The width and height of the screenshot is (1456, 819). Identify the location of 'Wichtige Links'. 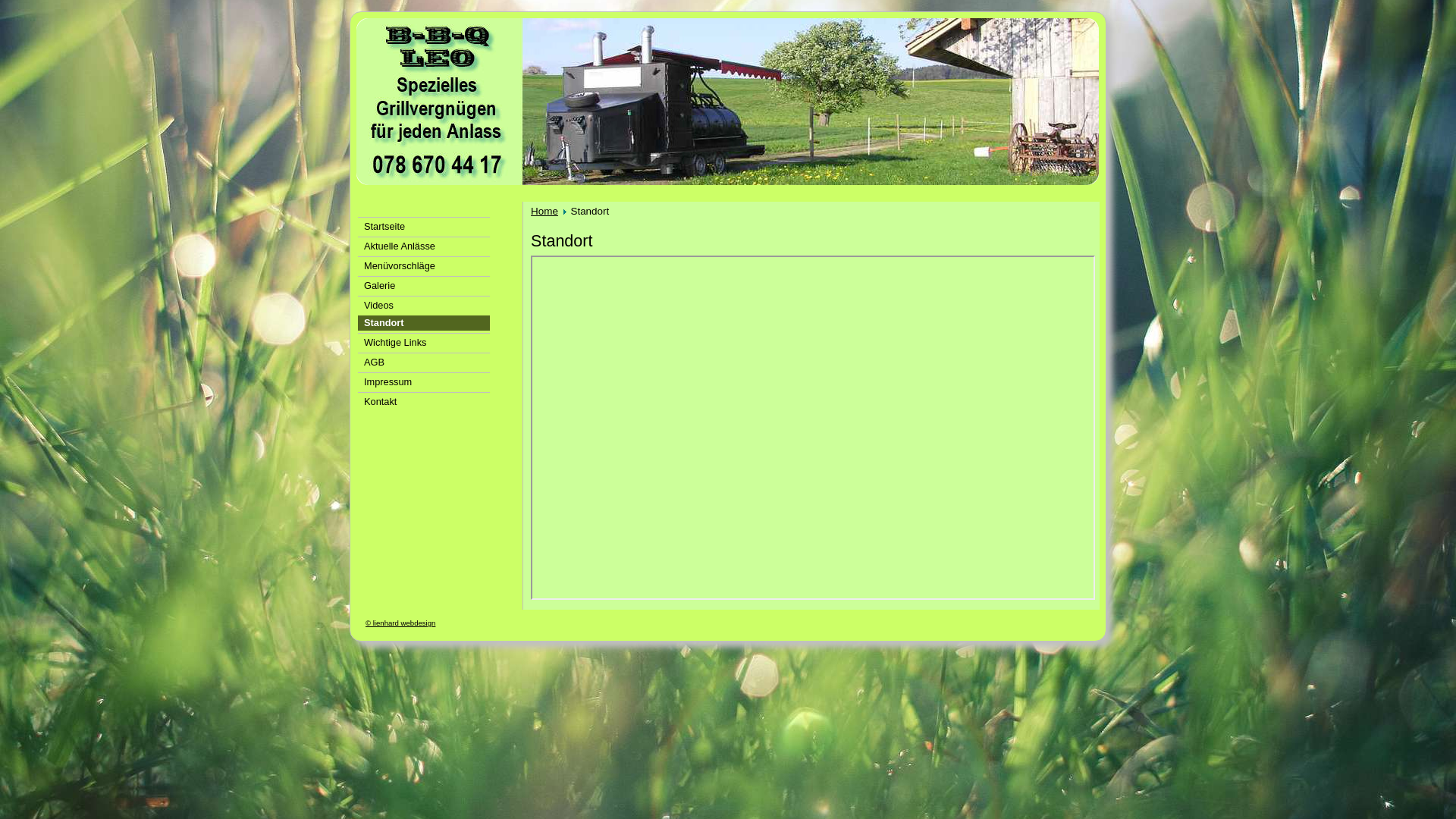
(423, 341).